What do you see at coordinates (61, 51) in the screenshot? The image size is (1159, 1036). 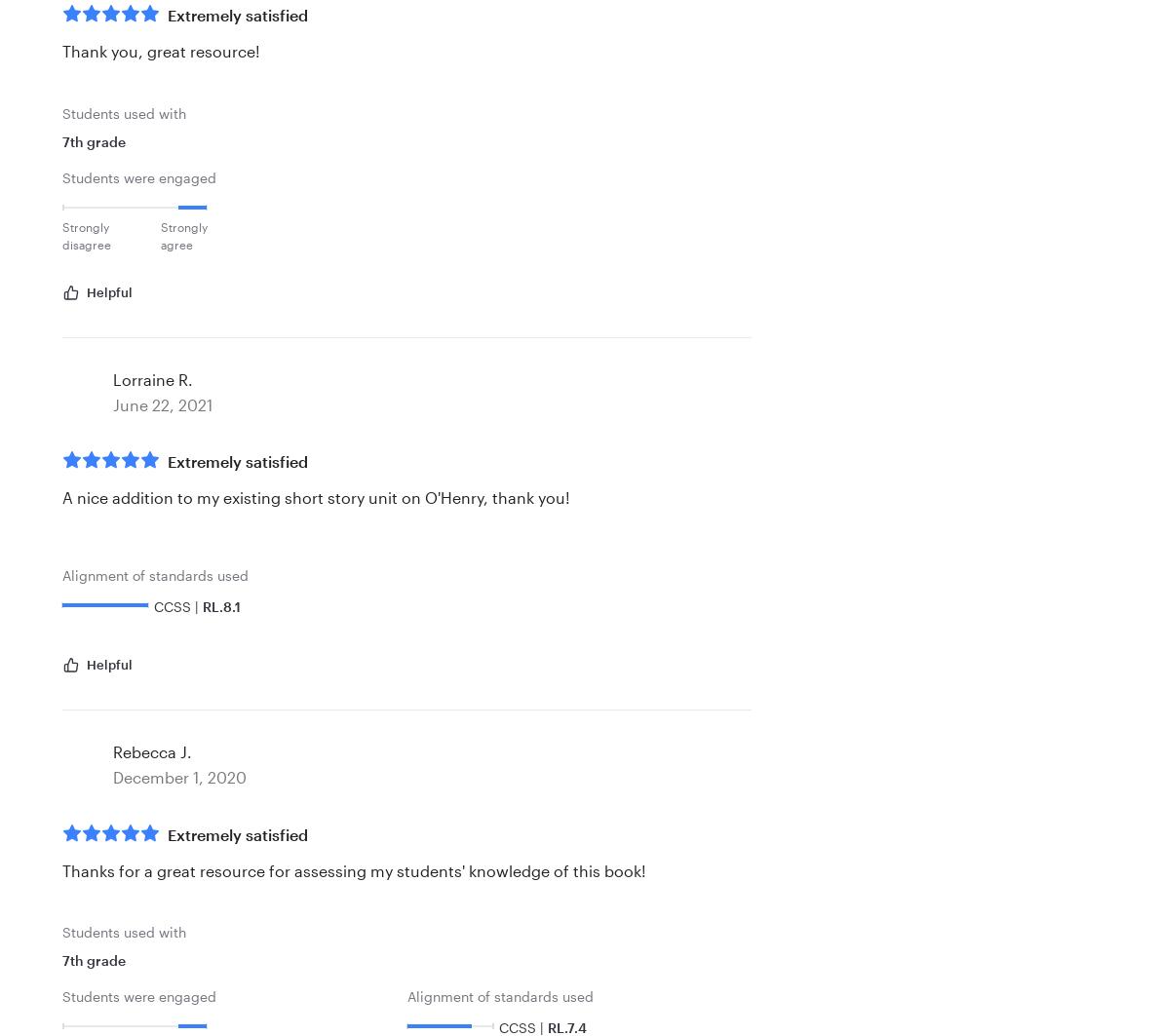 I see `'Thank you, great resource!'` at bounding box center [61, 51].